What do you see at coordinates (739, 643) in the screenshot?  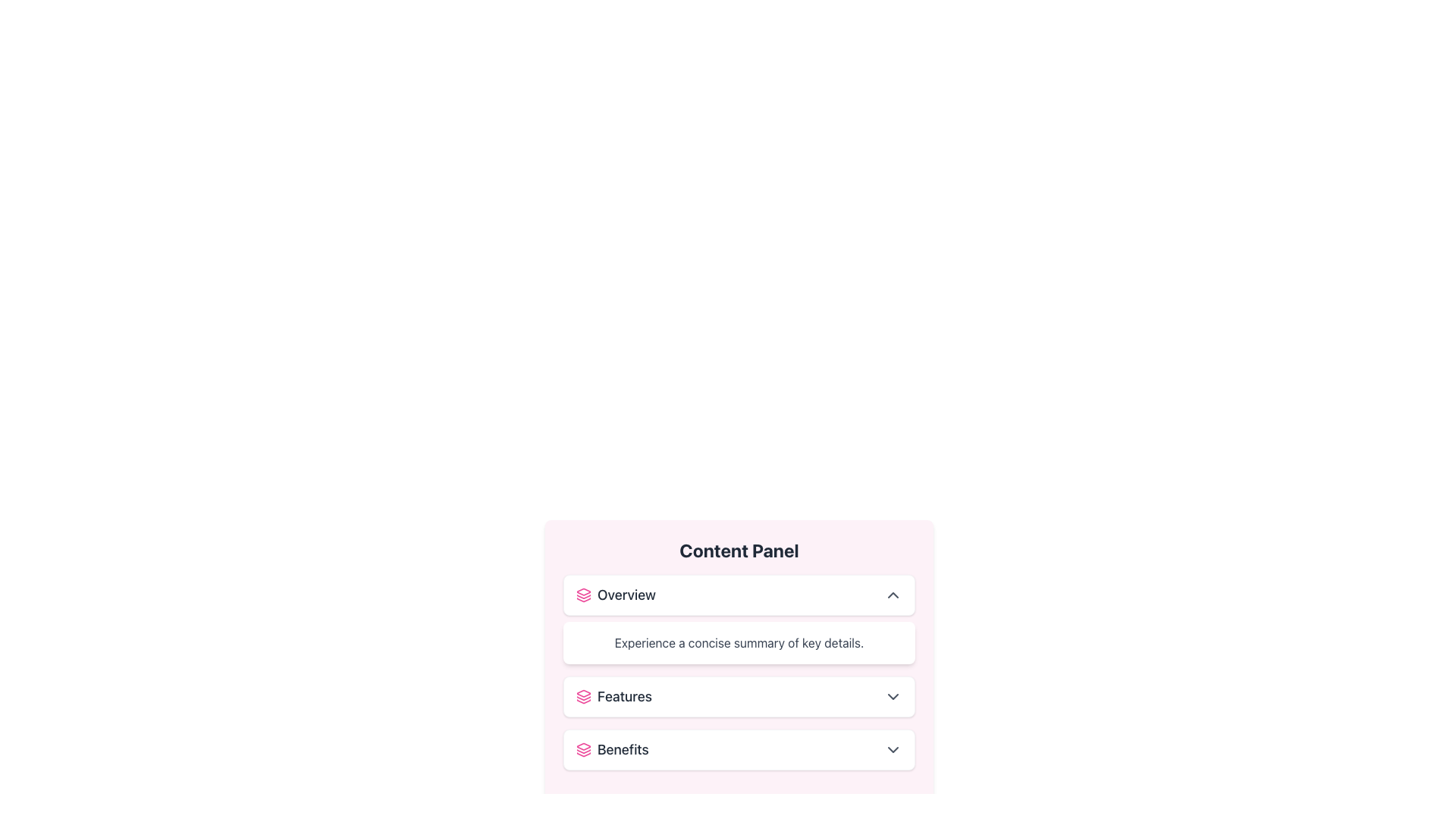 I see `the non-interactive informational text label located in the center panel labeled 'Content Panel', specifically beneath the 'Overview' section and above the 'Features' section` at bounding box center [739, 643].